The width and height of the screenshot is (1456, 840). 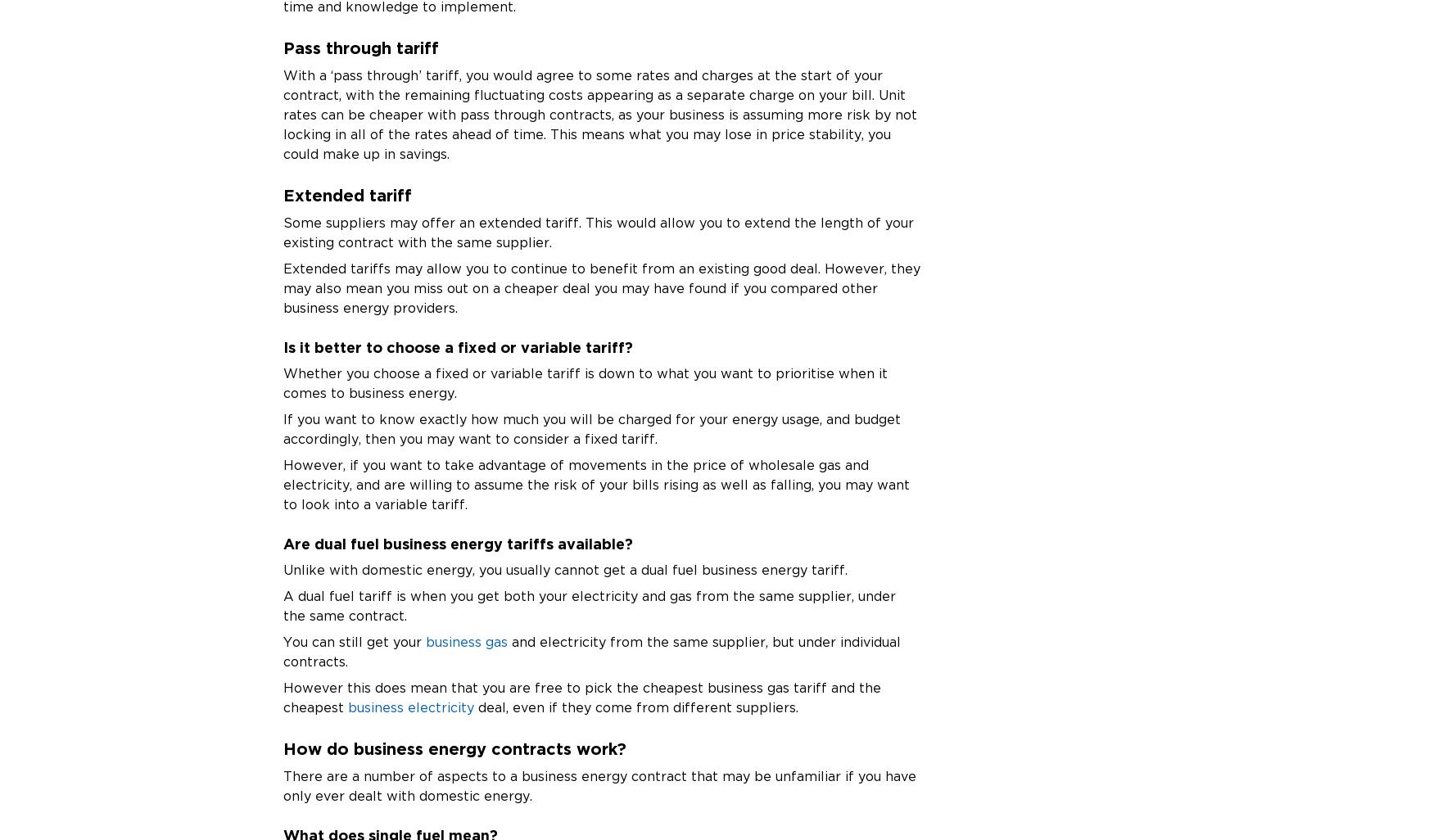 I want to click on 'deal, even if they come from different suppliers.', so click(x=635, y=707).